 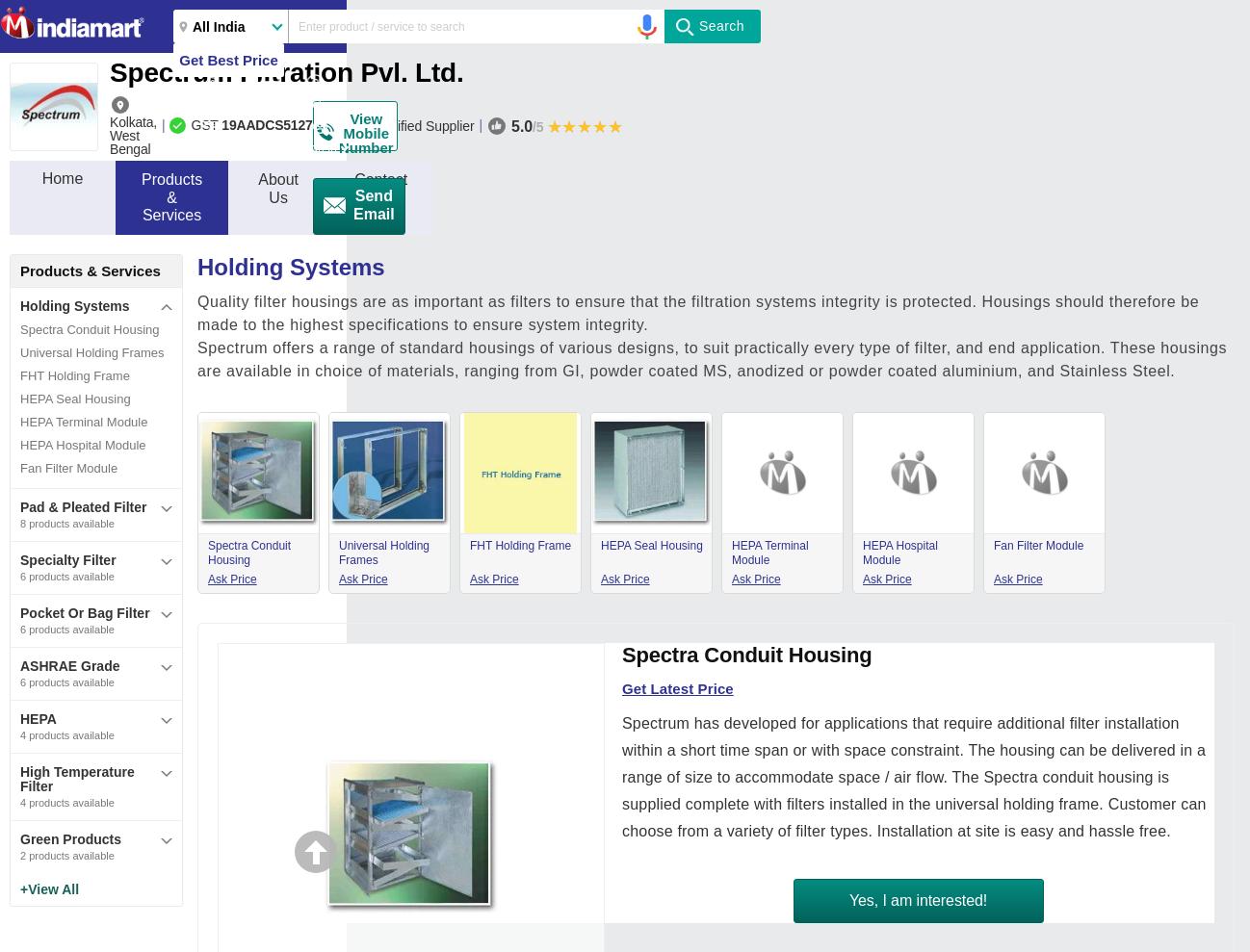 I want to click on '/5', so click(x=531, y=125).